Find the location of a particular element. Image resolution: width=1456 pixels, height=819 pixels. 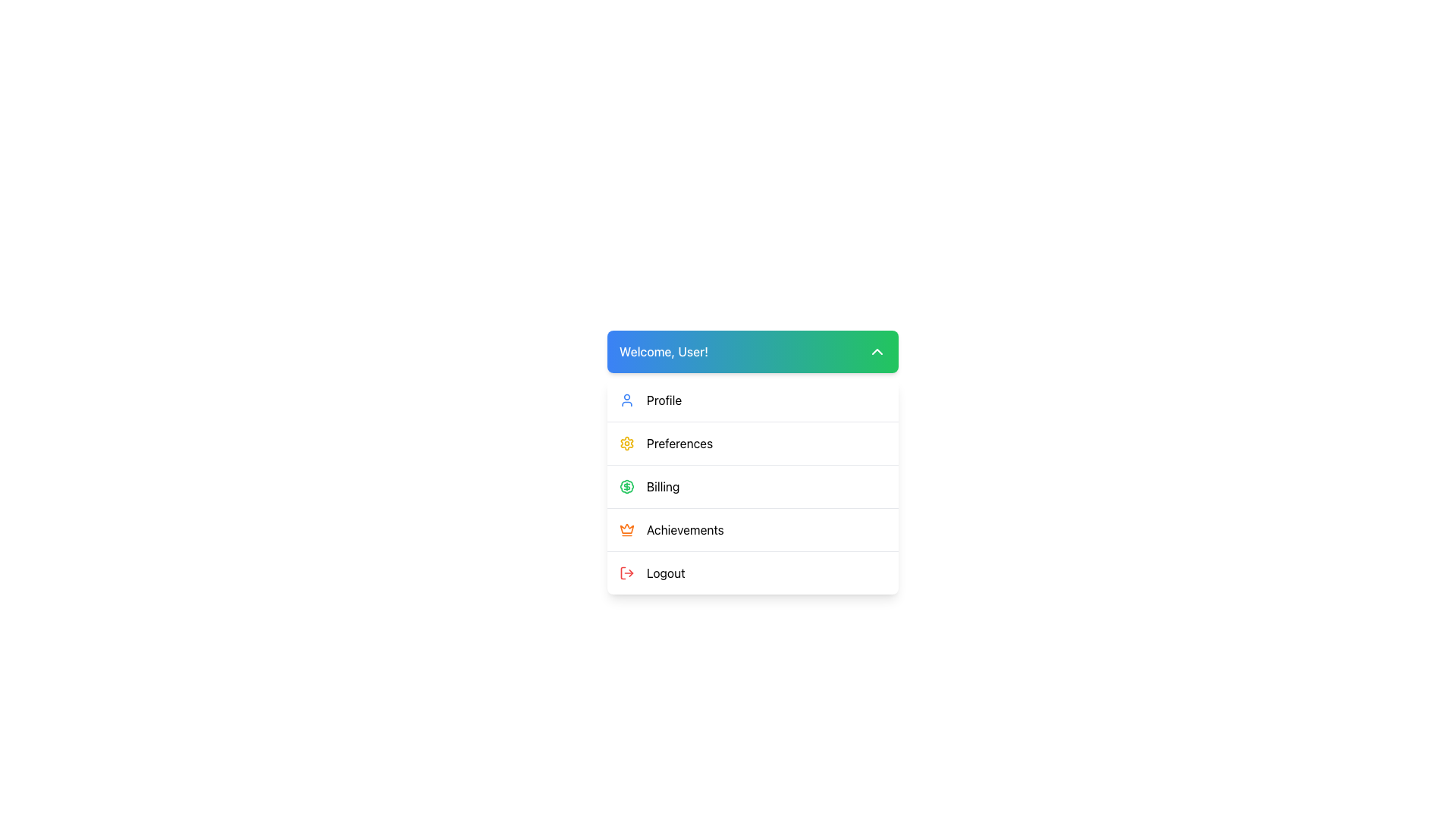

the settings icon located to the left of the 'Preferences' label in the dropdown menu is located at coordinates (626, 444).